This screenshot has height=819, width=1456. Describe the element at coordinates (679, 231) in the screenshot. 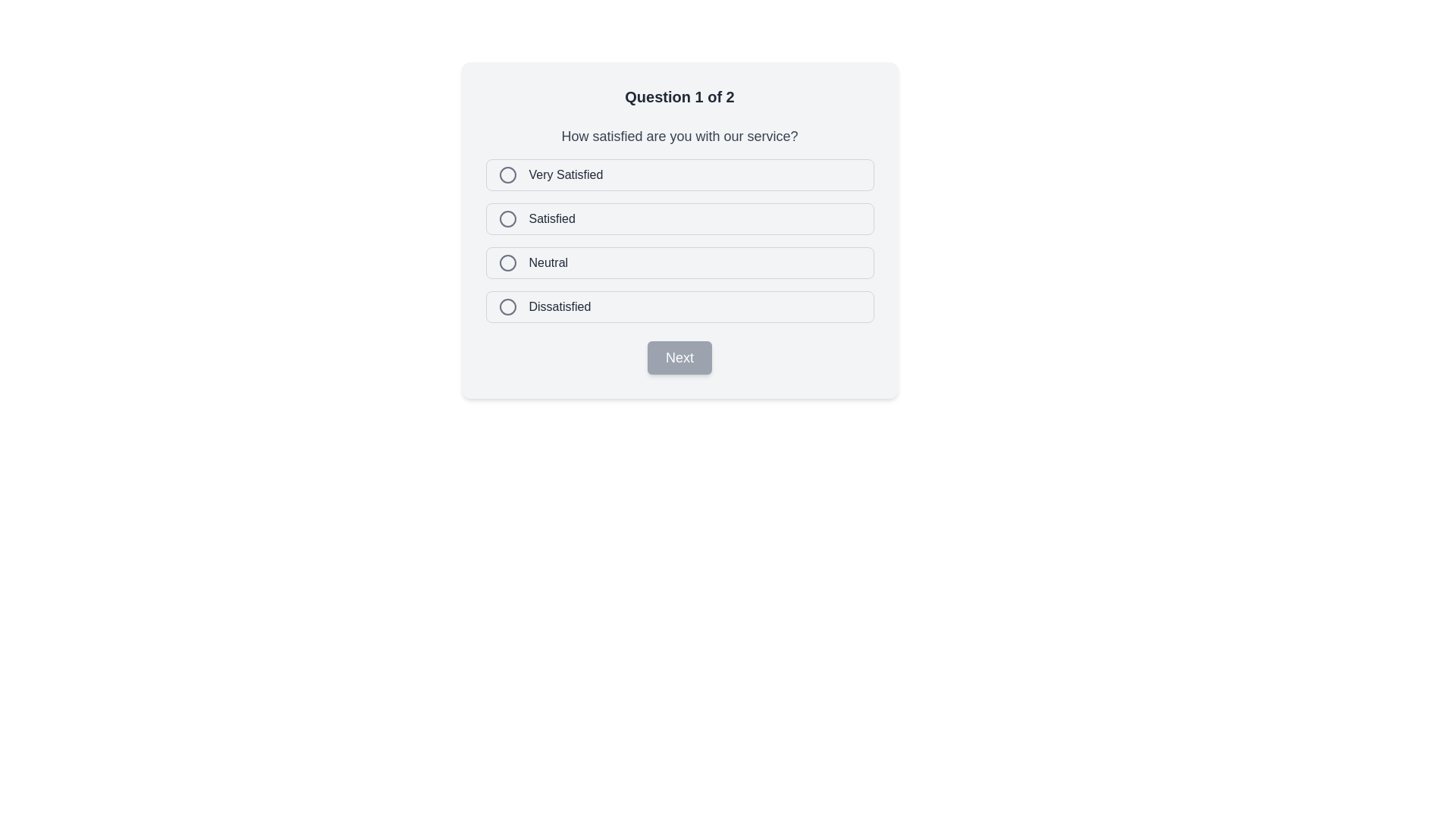

I see `to select the 'Satisfied' option in the satisfaction feedback radio button group located centrally in the form` at that location.